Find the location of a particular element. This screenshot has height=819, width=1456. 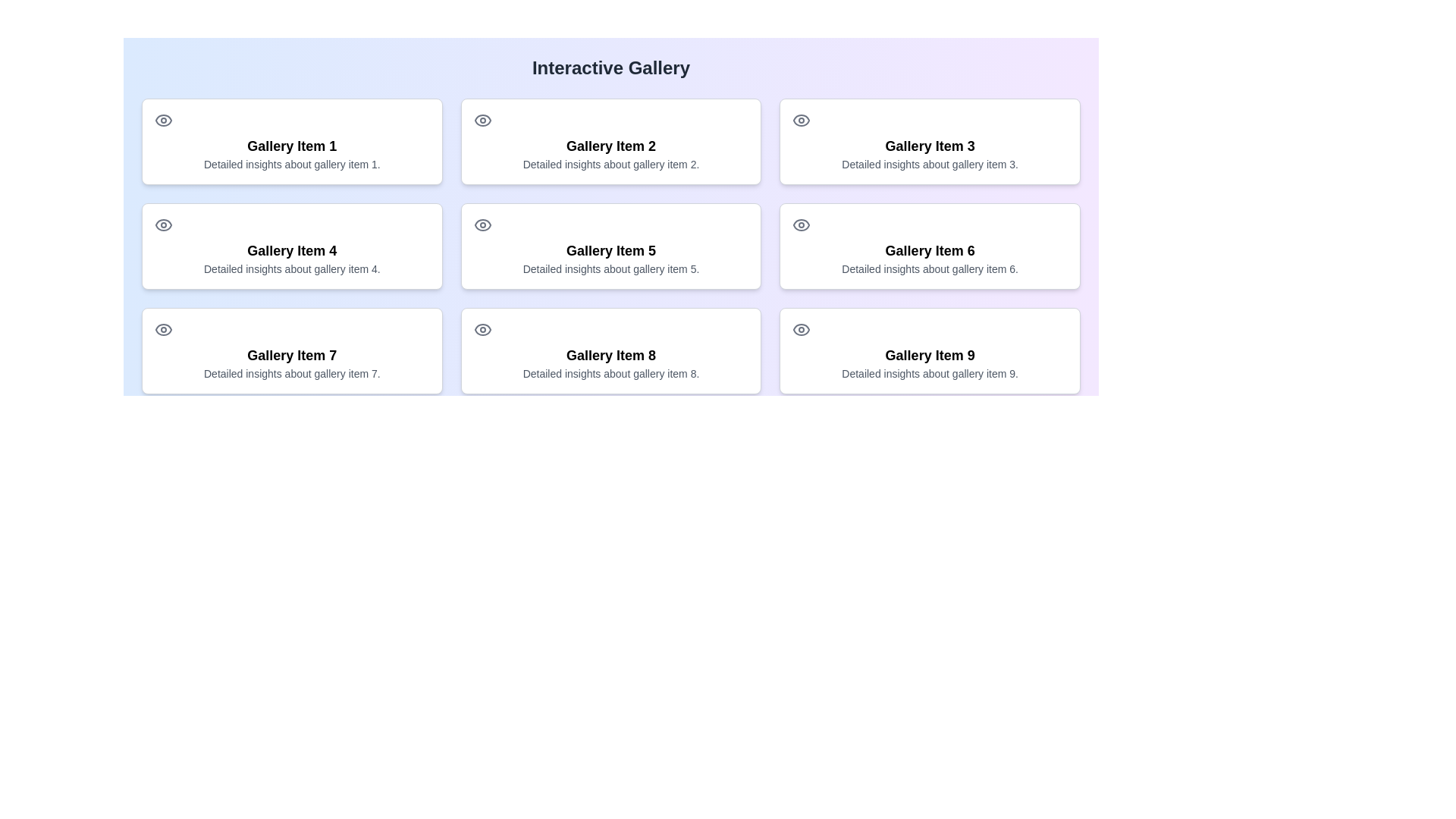

the text label 'Gallery Item 7', which is styled with a larger font and bold emphasis, located in the lower portion of the first card in the third row of a three-by-three grid is located at coordinates (292, 356).